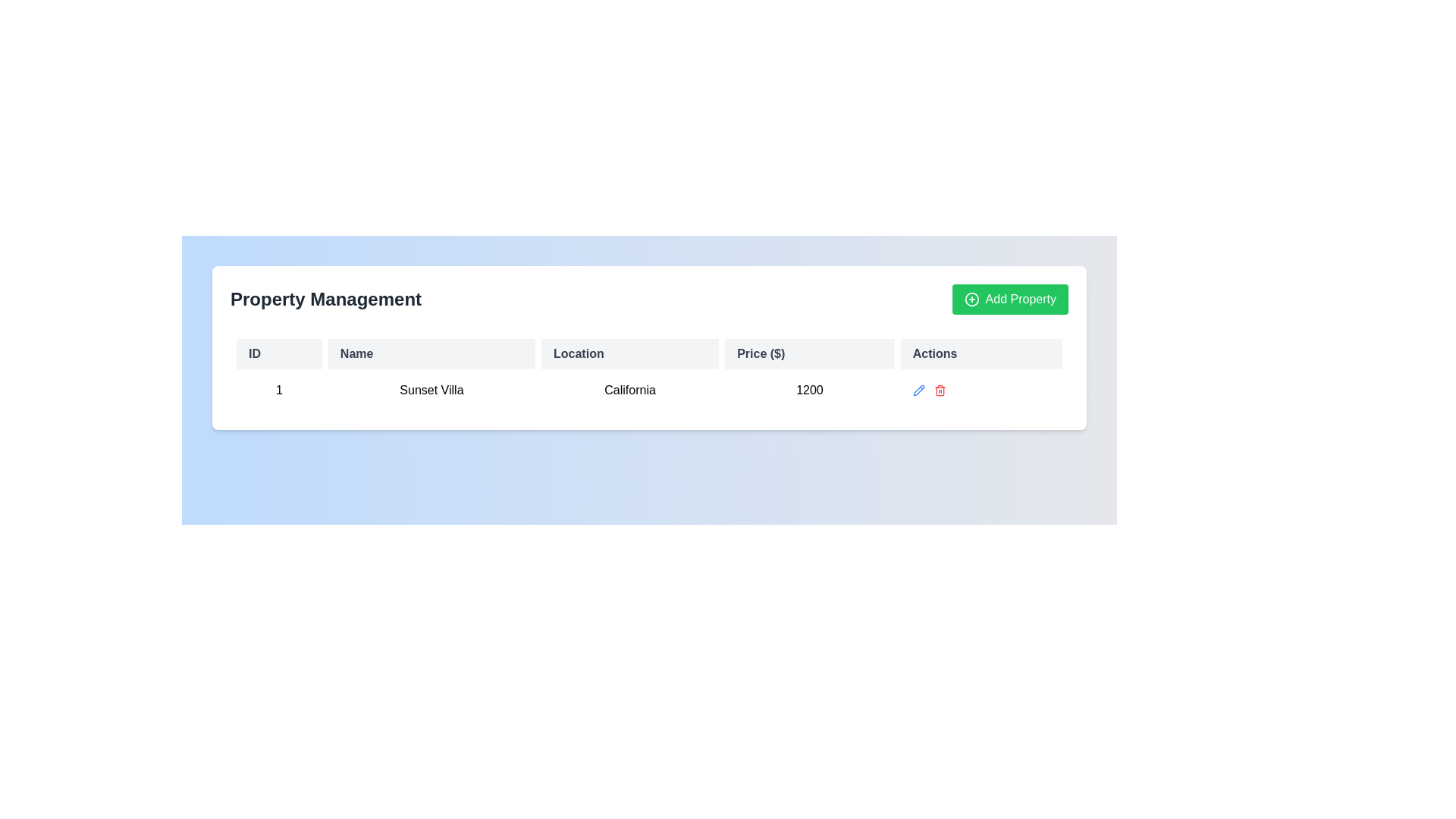 The height and width of the screenshot is (819, 1456). Describe the element at coordinates (918, 390) in the screenshot. I see `the Interactive Icon (Edit Button) in the 'Actions' column of the first row of the table` at that location.